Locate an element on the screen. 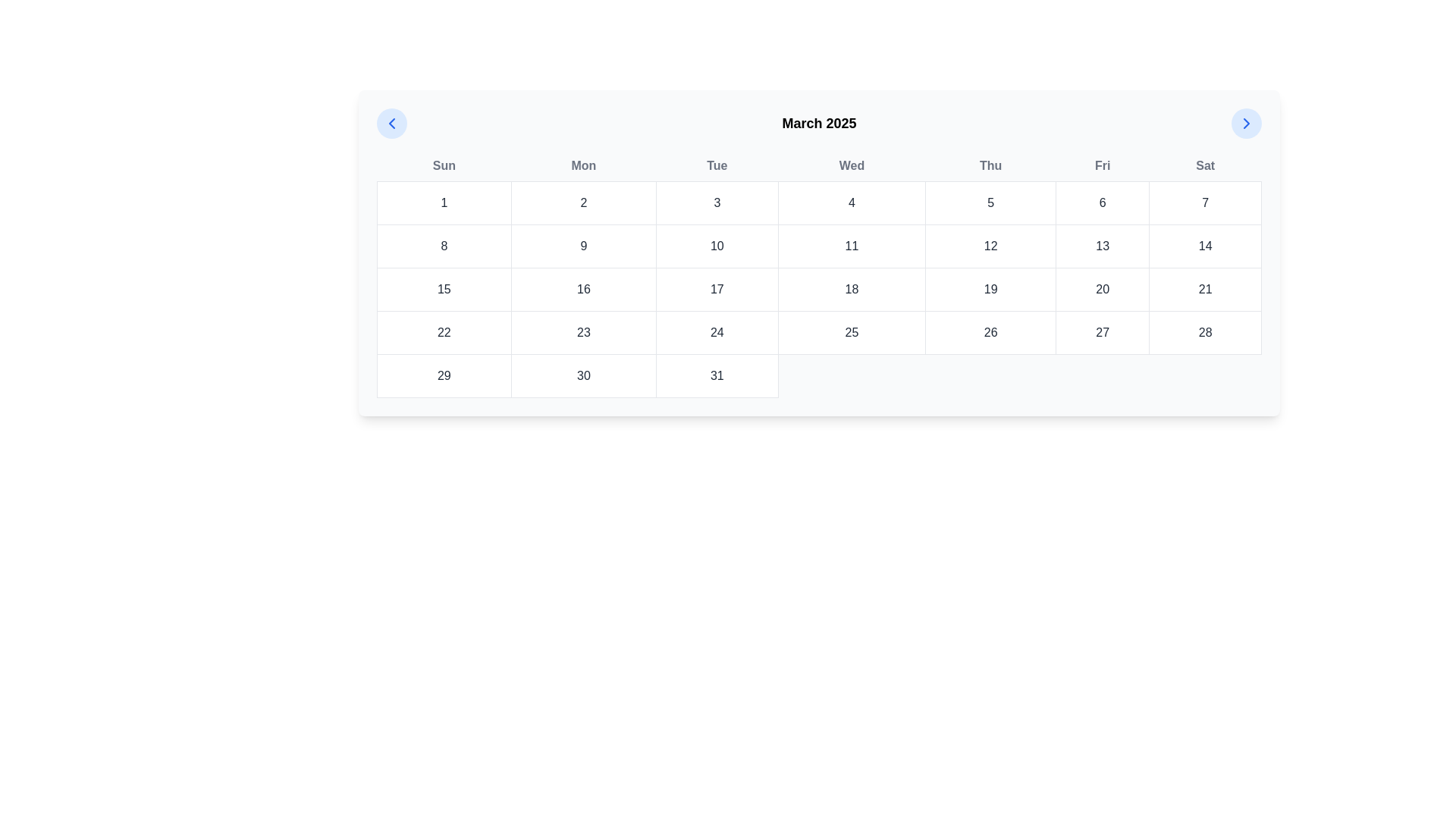  the right-facing chevron icon within the circular button in the top-right corner of the calendar interface is located at coordinates (1246, 122).